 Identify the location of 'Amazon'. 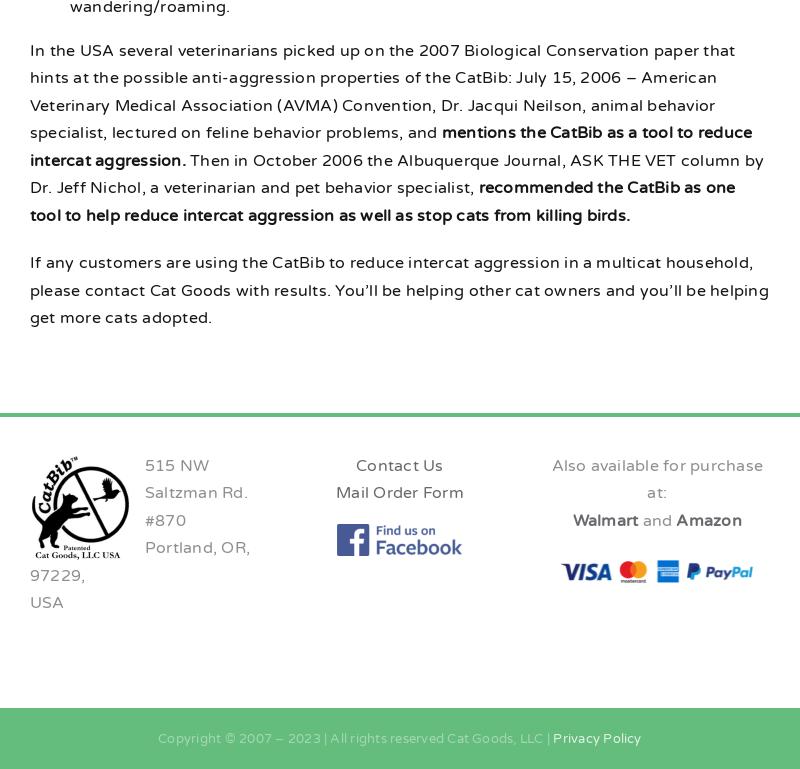
(707, 519).